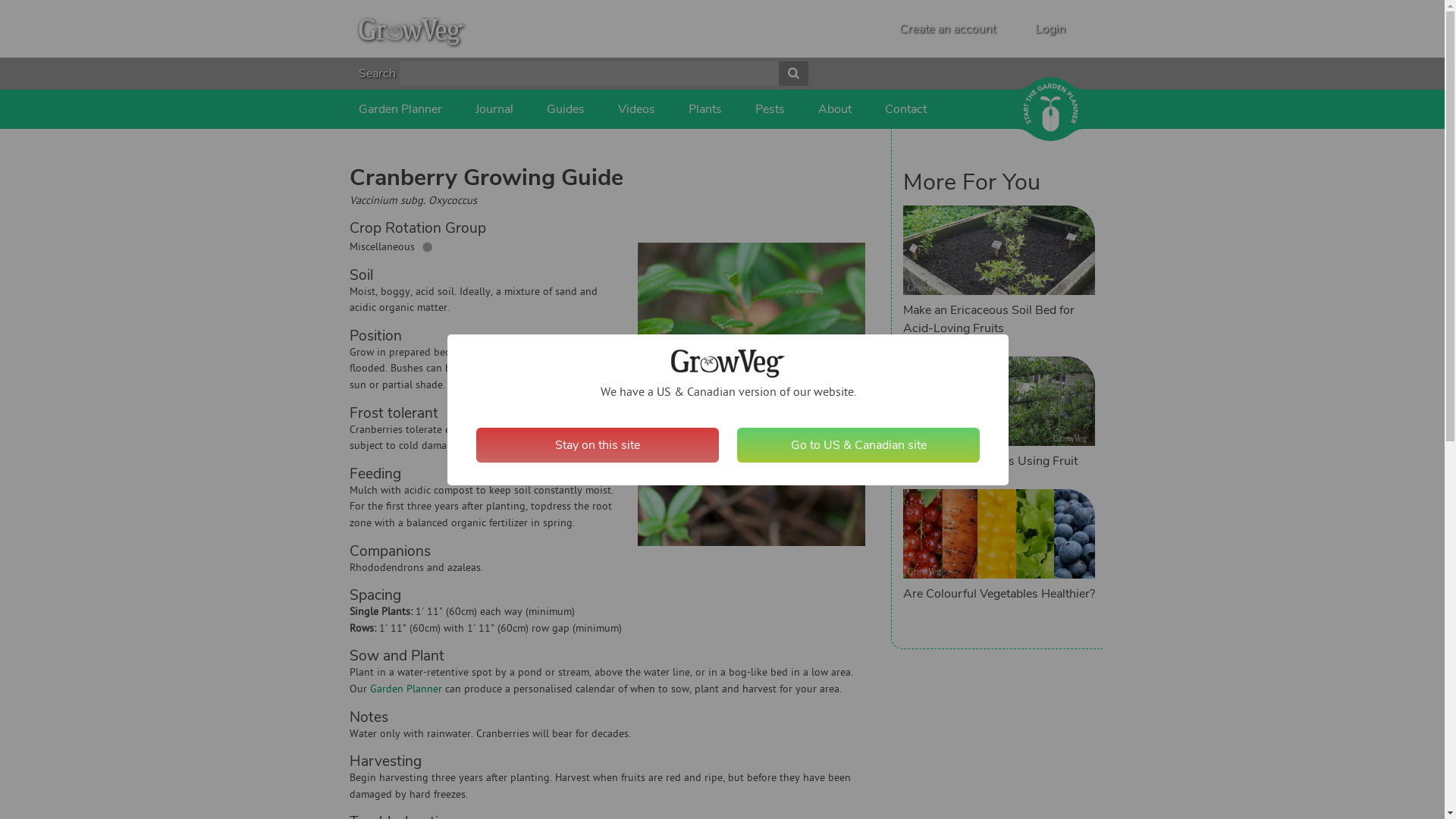 The image size is (1456, 819). Describe the element at coordinates (596, 444) in the screenshot. I see `'Stay on this site'` at that location.